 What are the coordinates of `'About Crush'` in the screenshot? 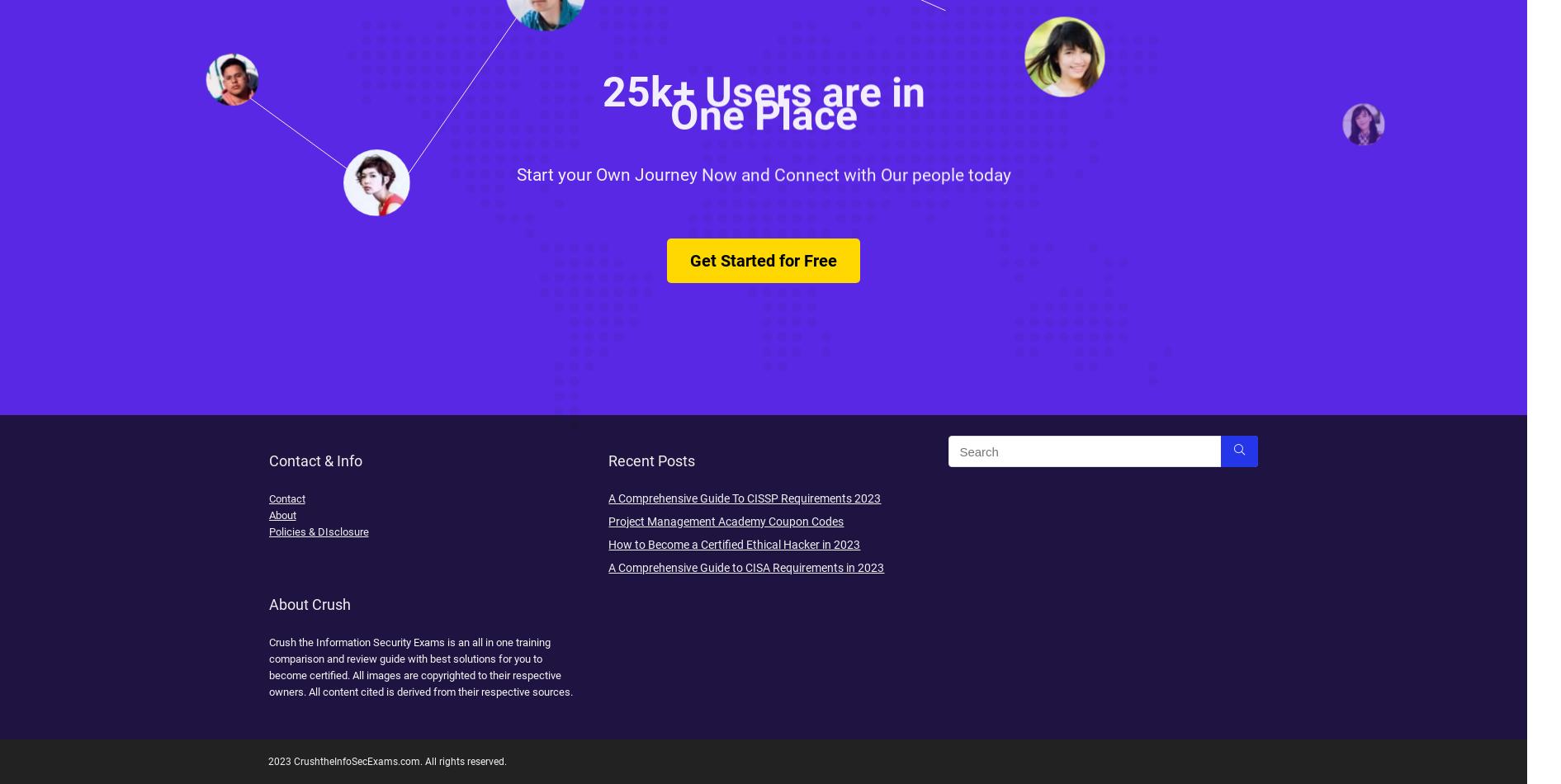 It's located at (308, 603).